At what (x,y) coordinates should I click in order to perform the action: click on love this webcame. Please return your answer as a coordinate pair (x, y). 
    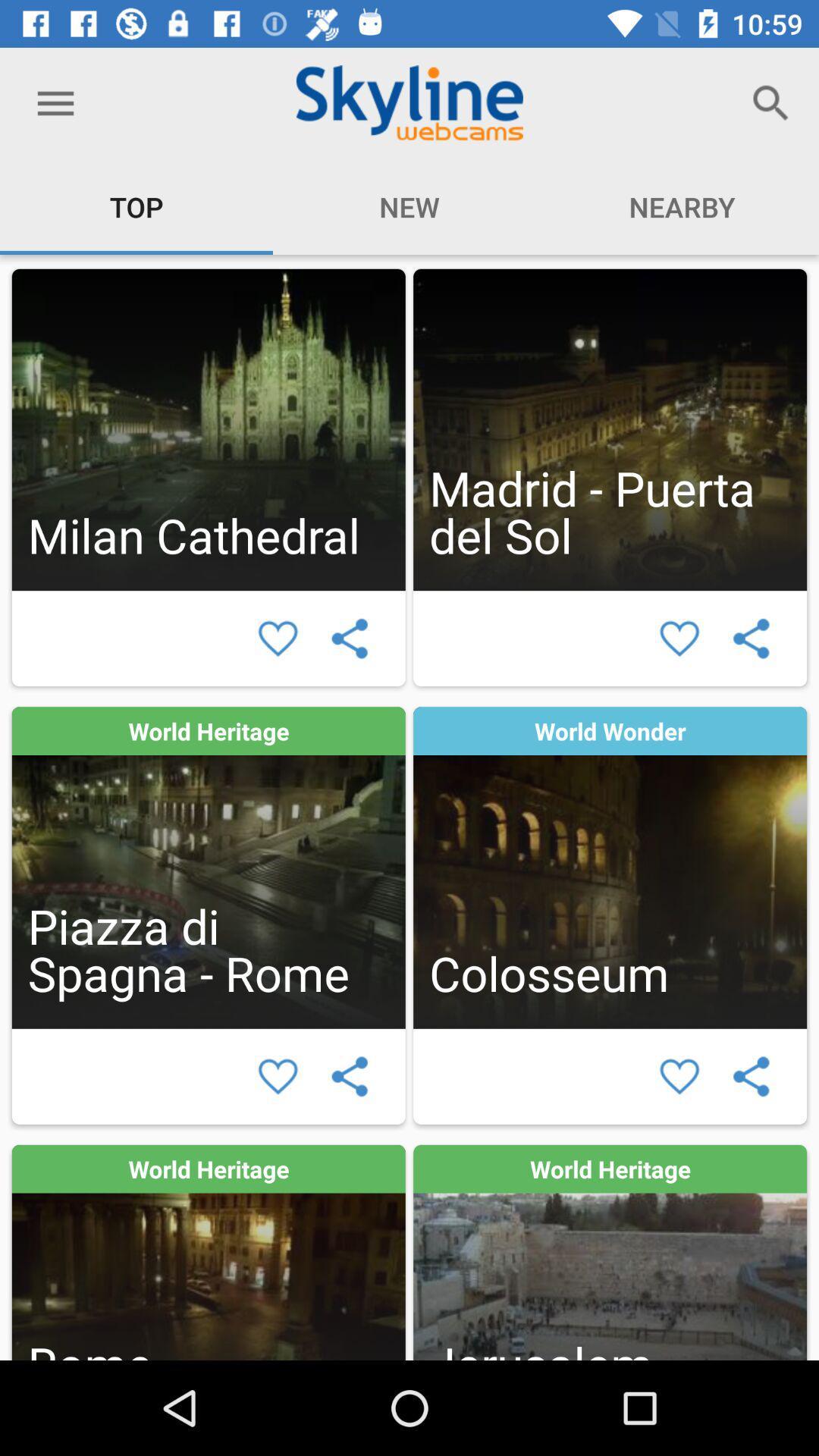
    Looking at the image, I should click on (679, 1075).